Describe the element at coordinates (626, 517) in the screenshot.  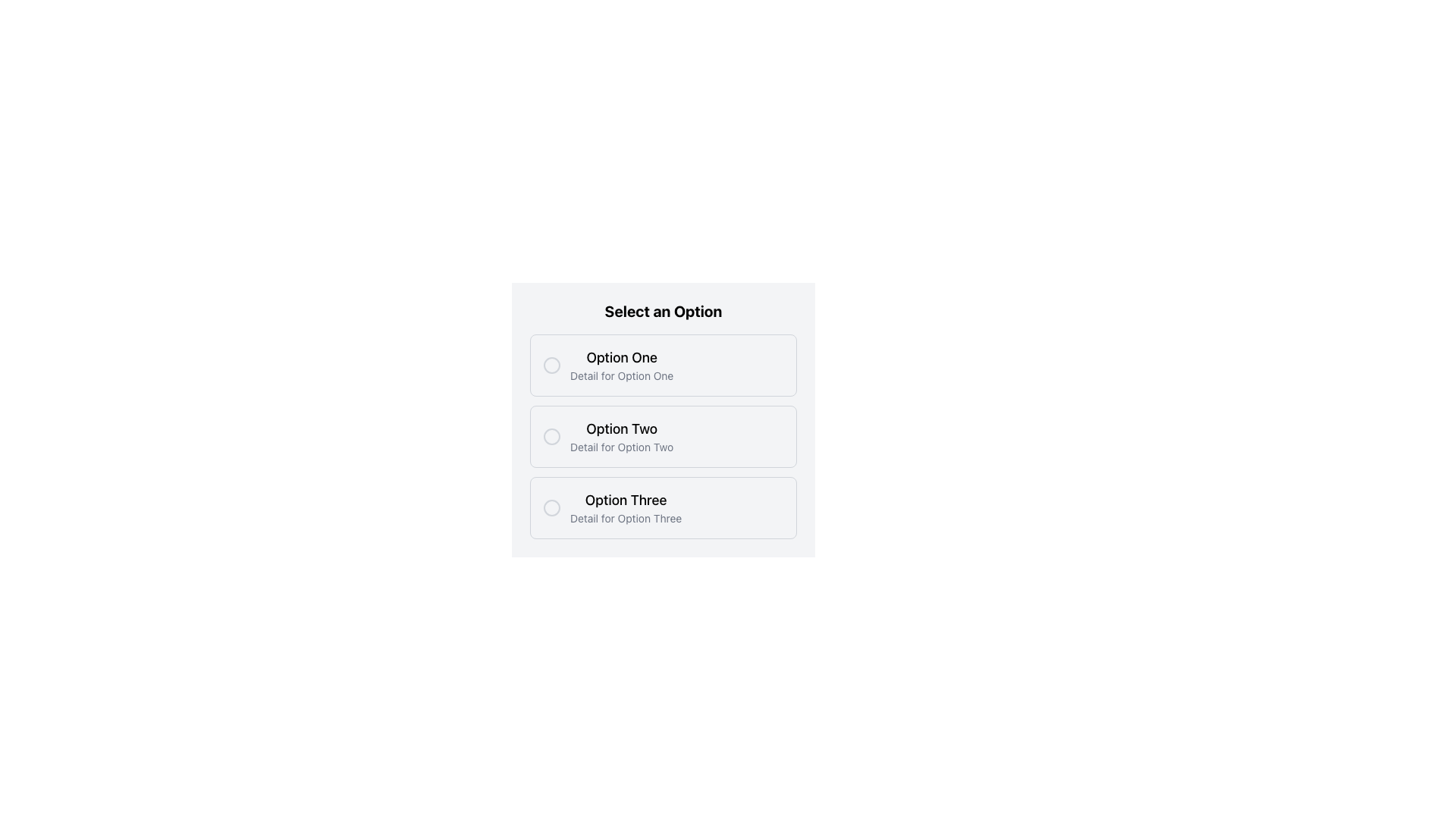
I see `the static text element displaying 'Detail for Option Three', which is located below the 'Option Three' label` at that location.